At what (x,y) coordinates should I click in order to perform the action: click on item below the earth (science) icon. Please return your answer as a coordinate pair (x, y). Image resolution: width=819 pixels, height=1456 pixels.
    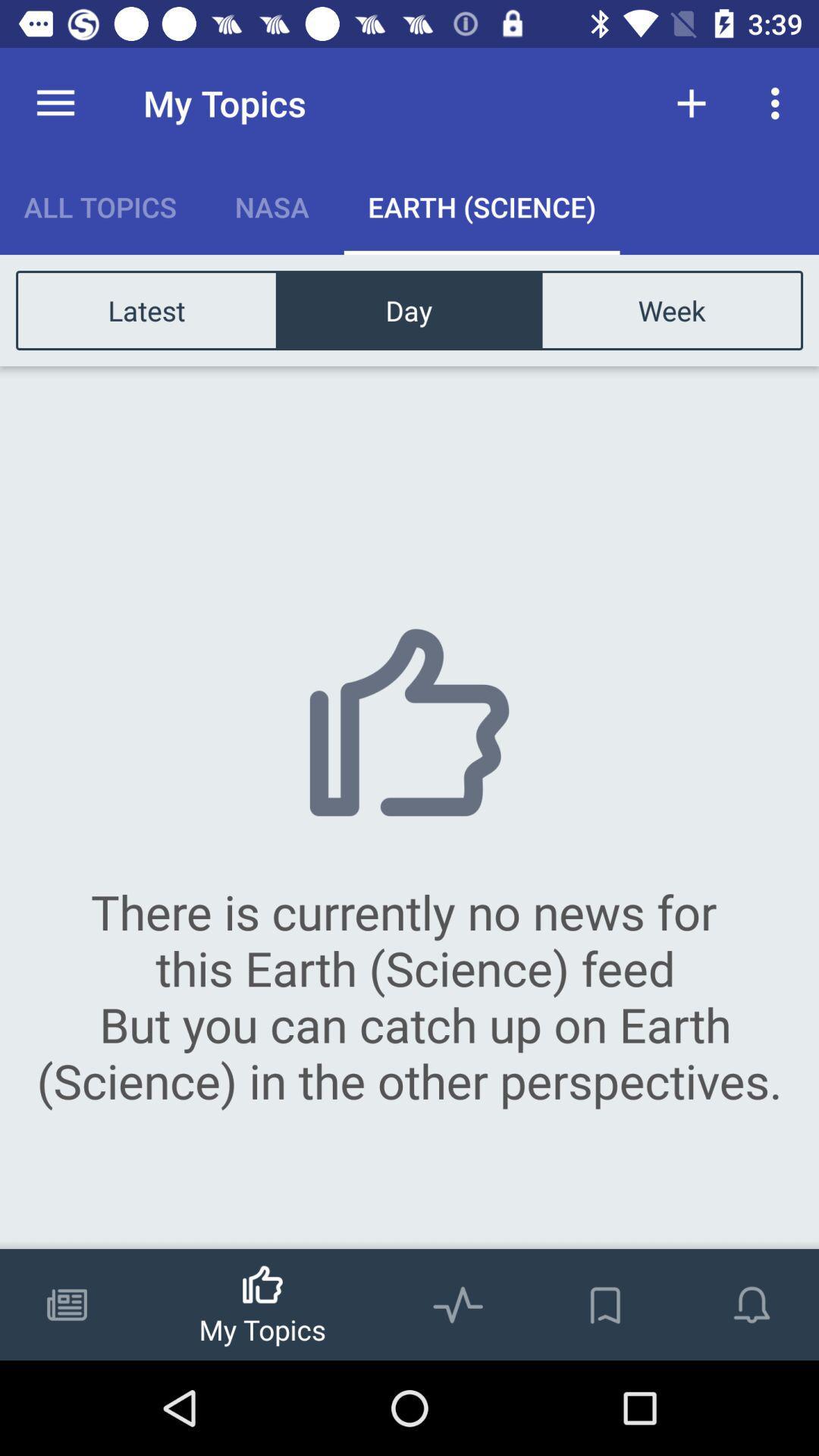
    Looking at the image, I should click on (670, 309).